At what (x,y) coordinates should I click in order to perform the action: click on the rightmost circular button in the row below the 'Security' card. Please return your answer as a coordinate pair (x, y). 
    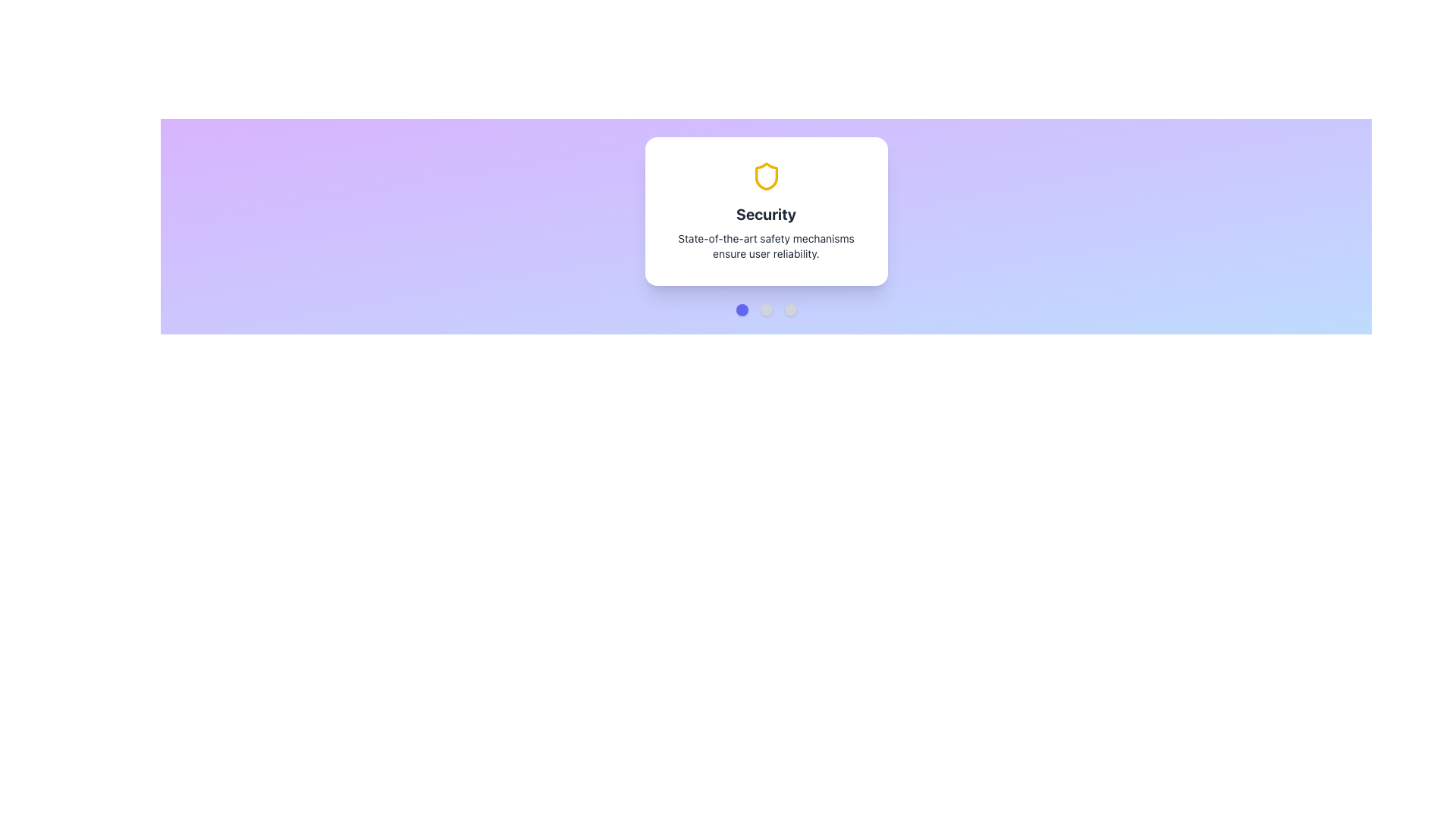
    Looking at the image, I should click on (789, 309).